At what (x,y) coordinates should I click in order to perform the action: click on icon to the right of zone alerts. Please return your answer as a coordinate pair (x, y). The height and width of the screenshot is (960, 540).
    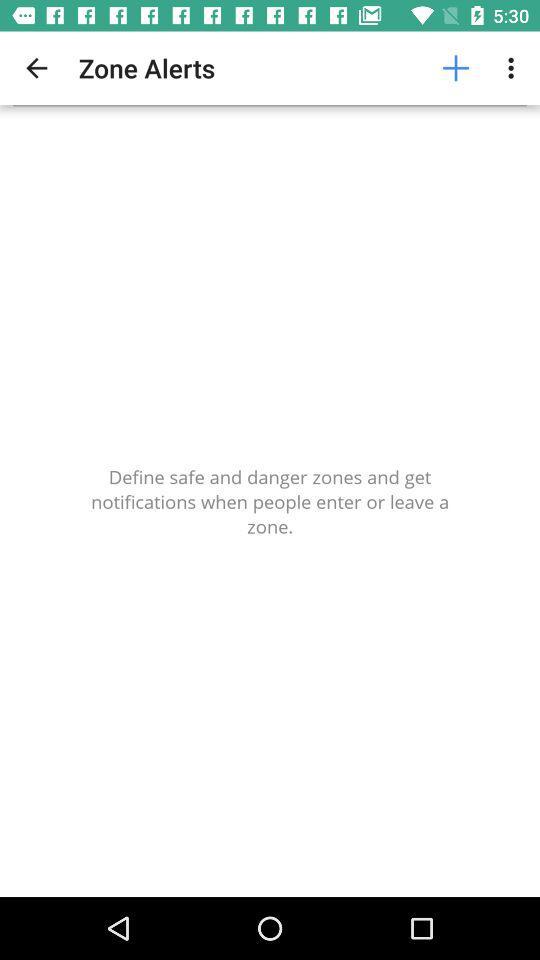
    Looking at the image, I should click on (455, 68).